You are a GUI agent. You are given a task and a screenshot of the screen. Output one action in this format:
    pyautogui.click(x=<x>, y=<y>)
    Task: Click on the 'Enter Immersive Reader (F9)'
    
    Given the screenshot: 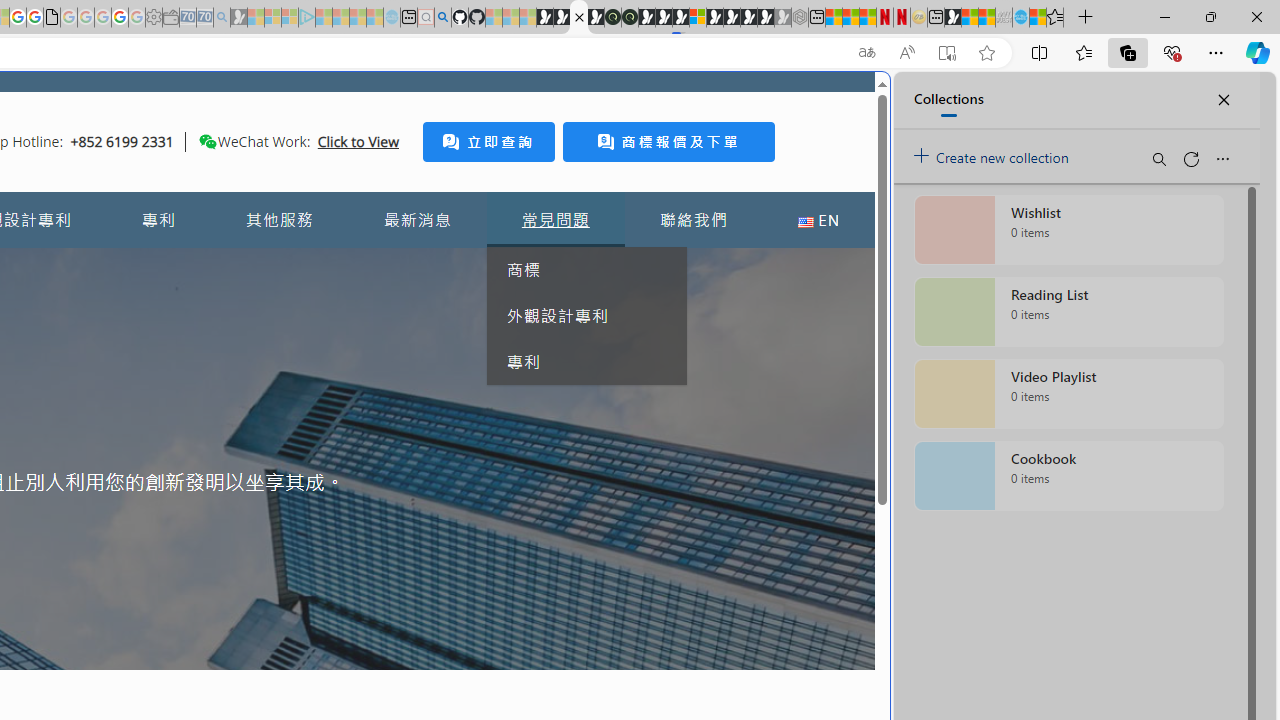 What is the action you would take?
    pyautogui.click(x=945, y=52)
    